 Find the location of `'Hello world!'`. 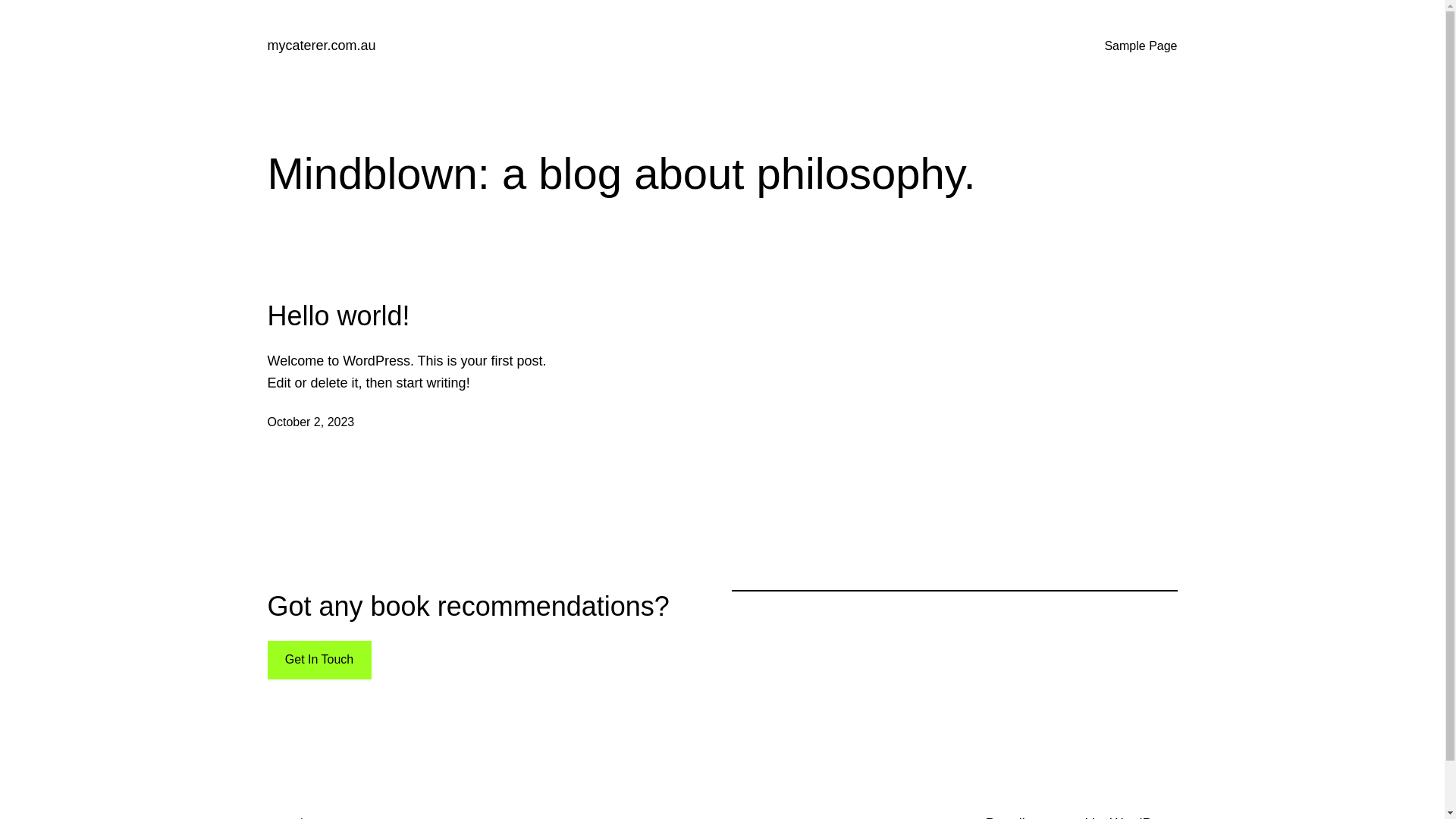

'Hello world!' is located at coordinates (337, 315).